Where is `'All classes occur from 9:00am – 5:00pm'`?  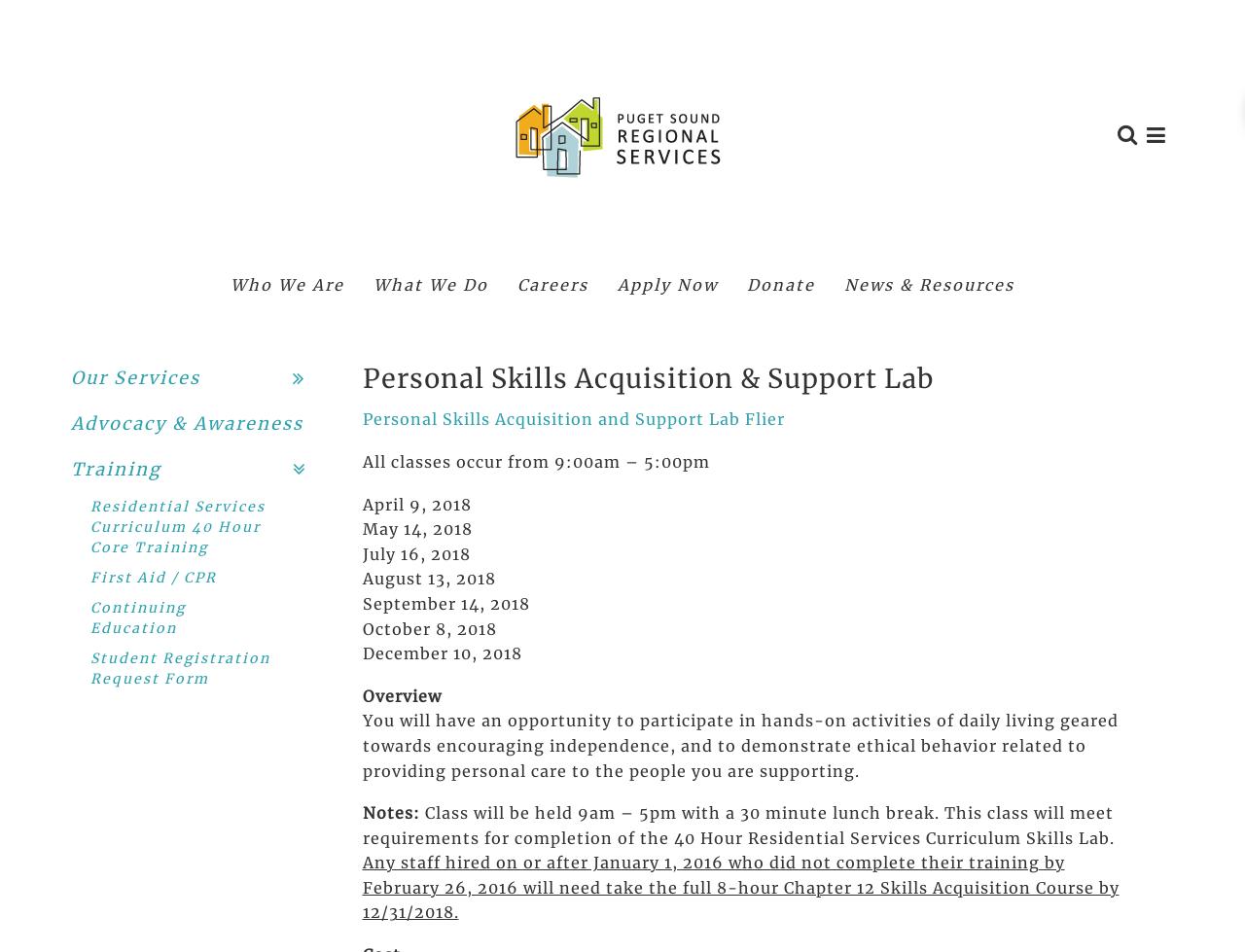 'All classes occur from 9:00am – 5:00pm' is located at coordinates (535, 461).